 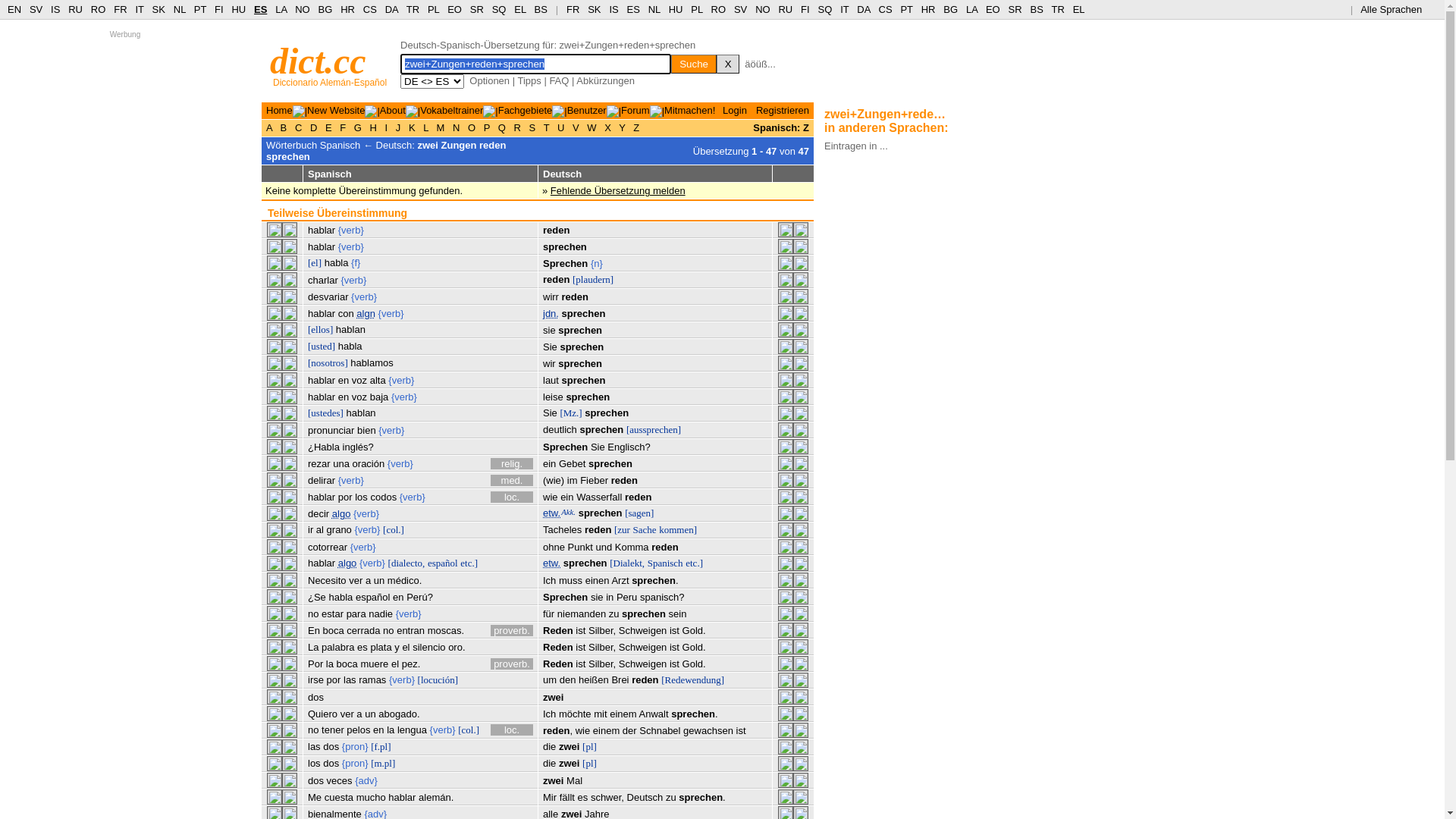 What do you see at coordinates (614, 613) in the screenshot?
I see `'zu'` at bounding box center [614, 613].